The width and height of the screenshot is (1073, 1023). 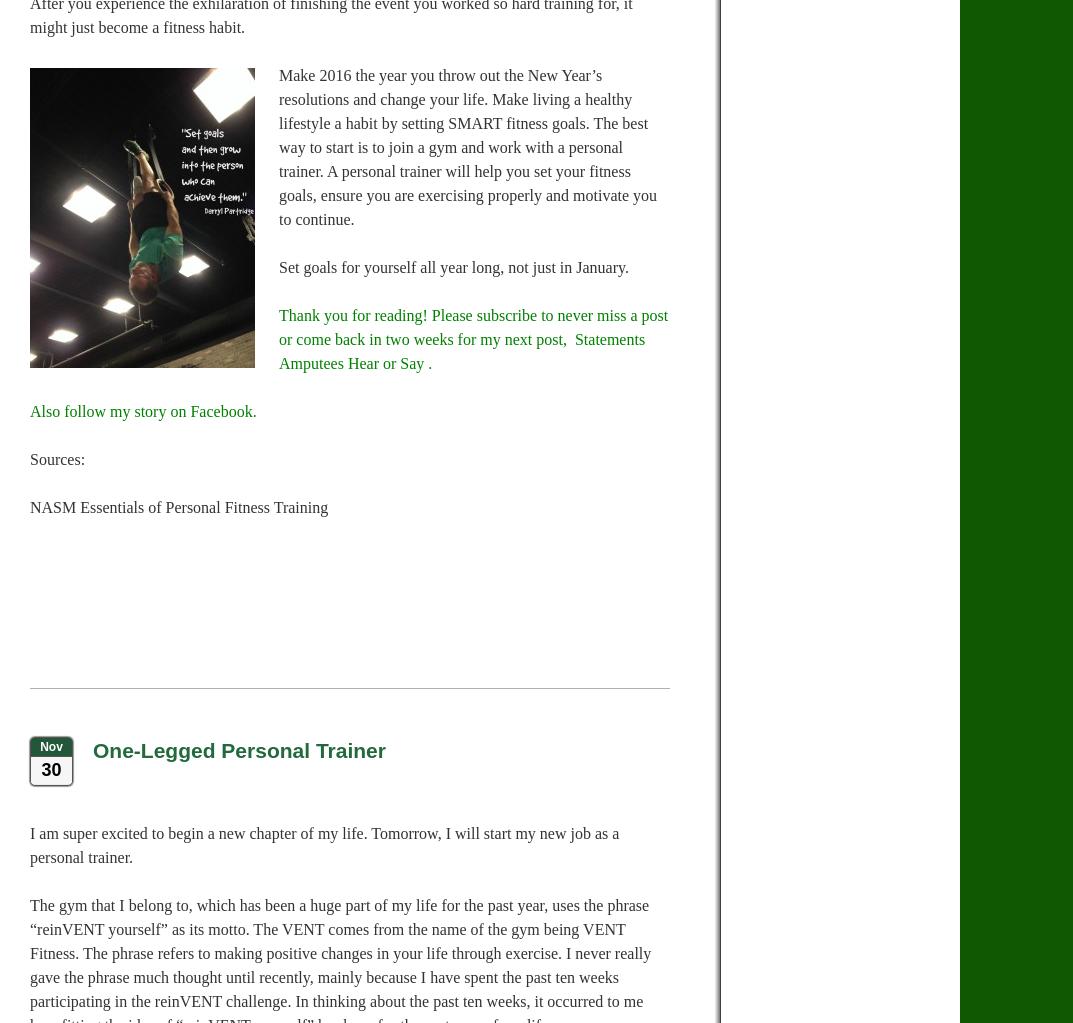 What do you see at coordinates (39, 769) in the screenshot?
I see `'30'` at bounding box center [39, 769].